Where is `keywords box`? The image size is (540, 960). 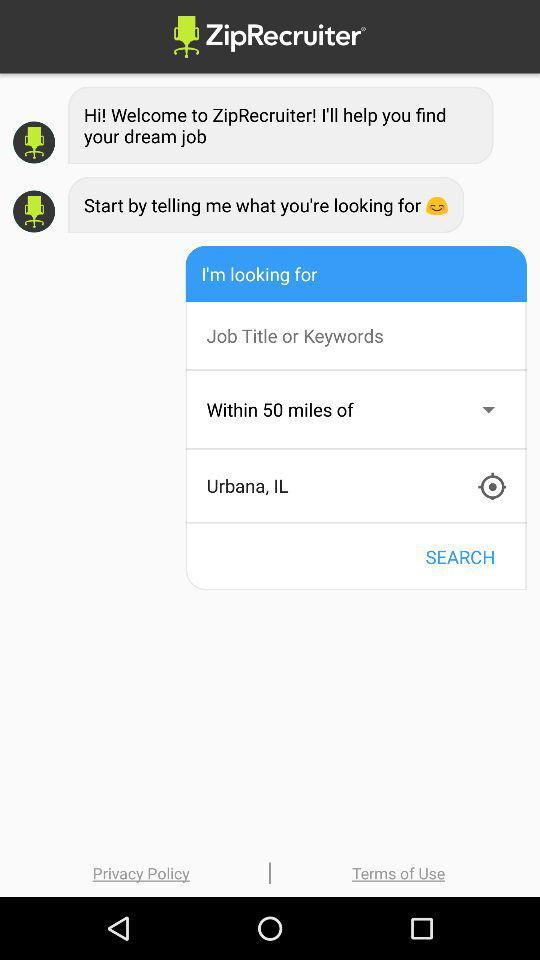
keywords box is located at coordinates (365, 335).